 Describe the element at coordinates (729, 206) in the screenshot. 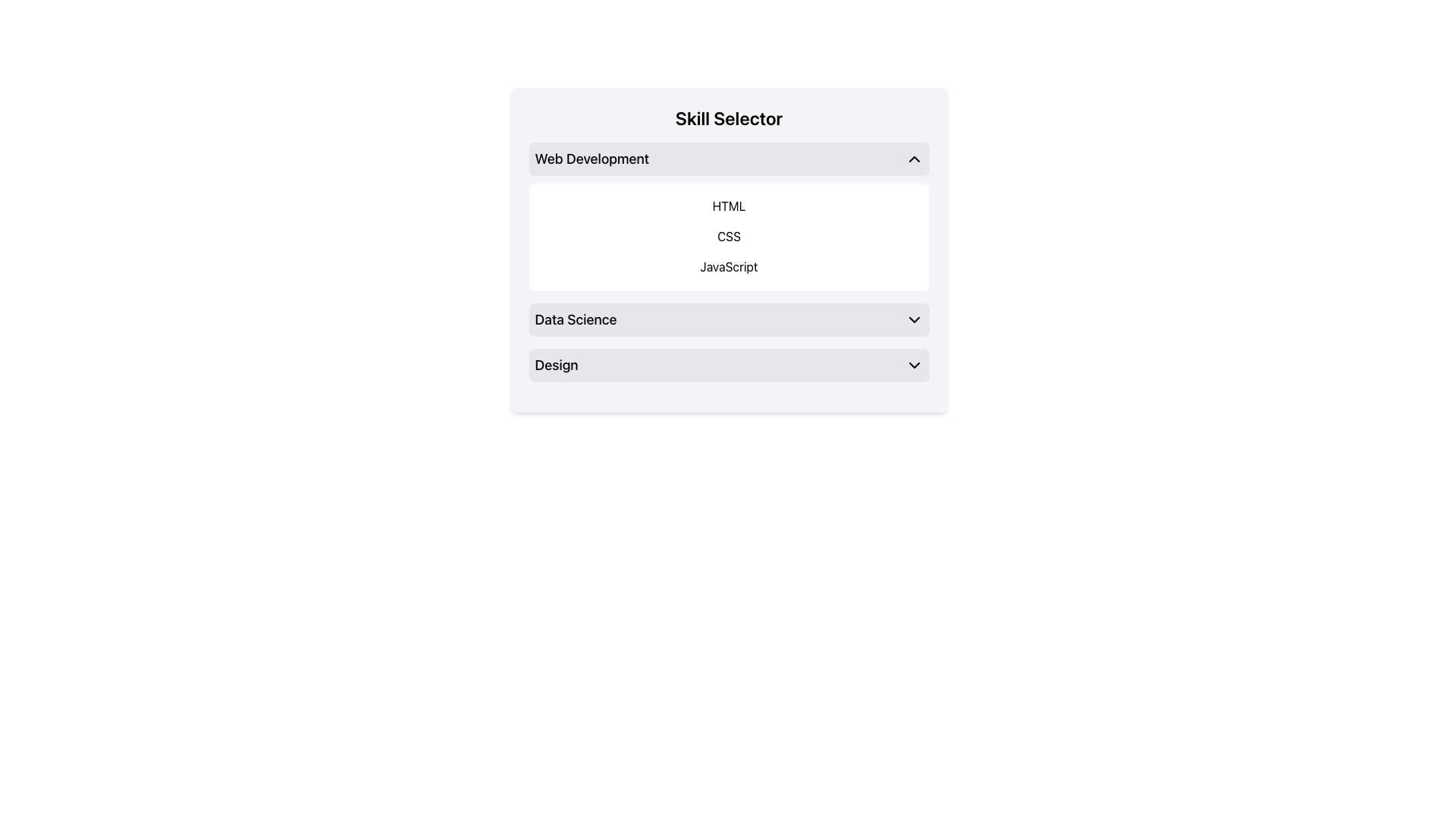

I see `the text label 'HTML' in the vertically stacked list under the 'Web Development' section` at that location.